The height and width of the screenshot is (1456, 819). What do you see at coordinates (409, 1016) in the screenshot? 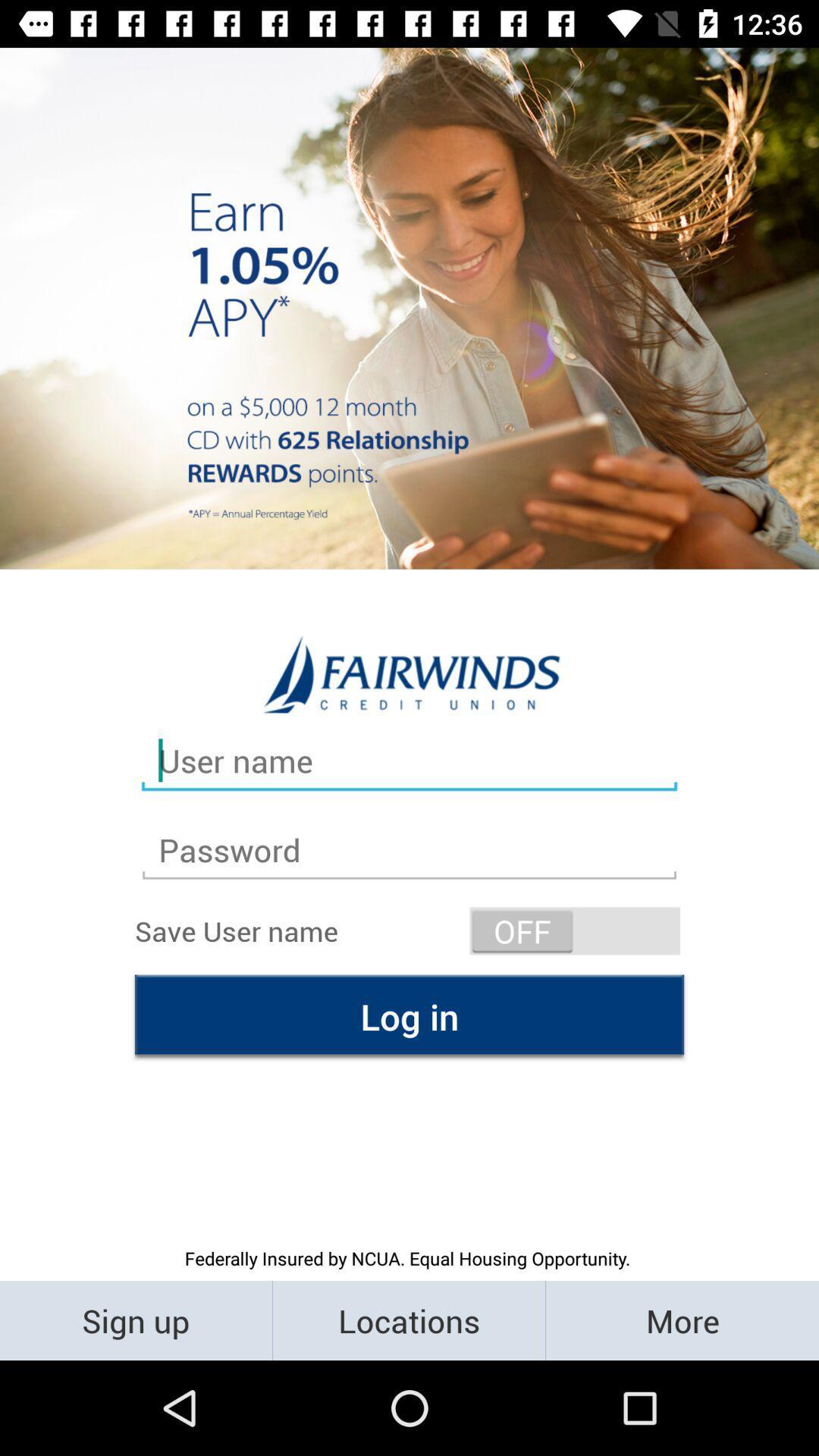
I see `the log in item` at bounding box center [409, 1016].